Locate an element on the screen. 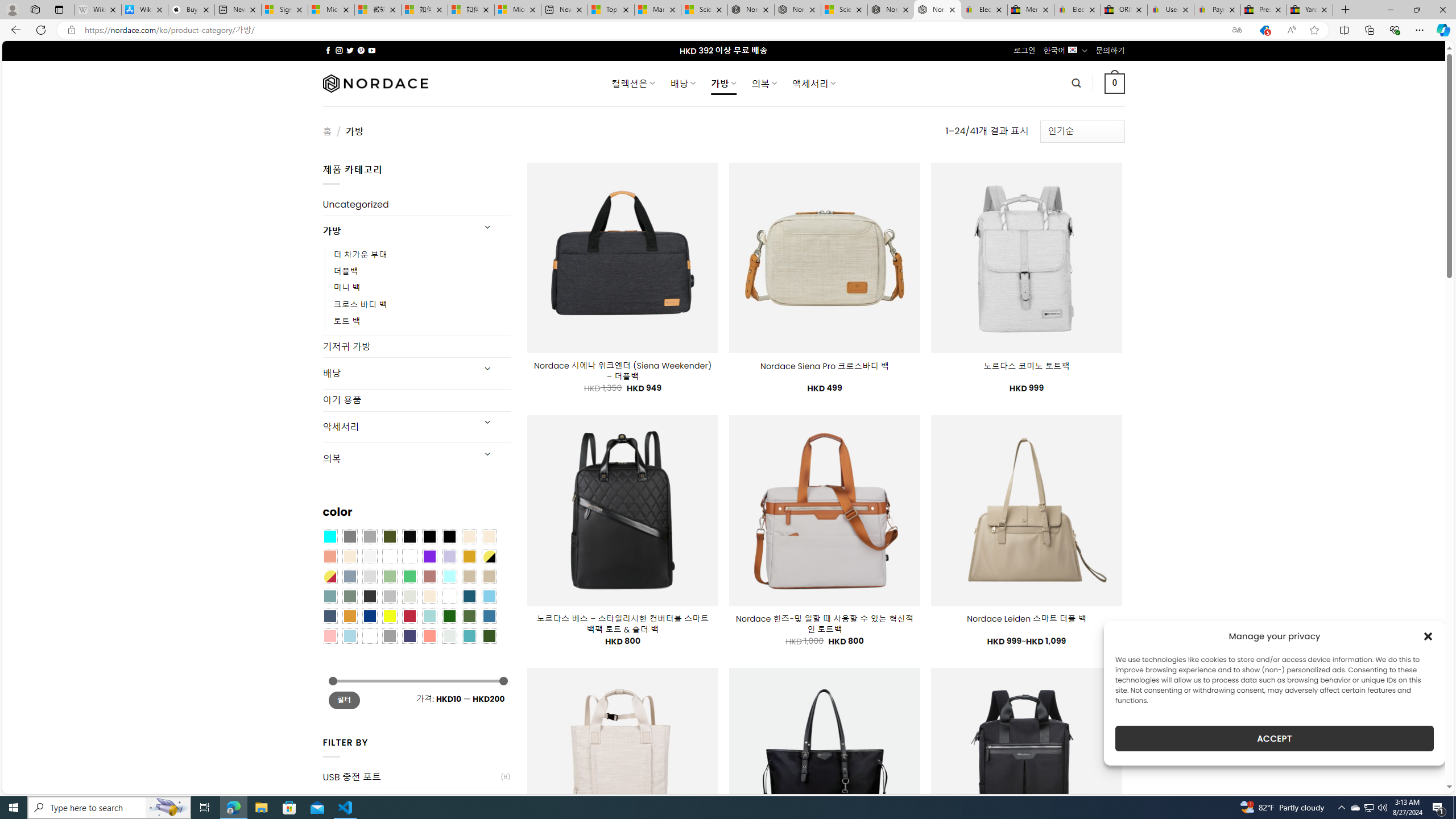  'Follow on Pinterest' is located at coordinates (359, 50).